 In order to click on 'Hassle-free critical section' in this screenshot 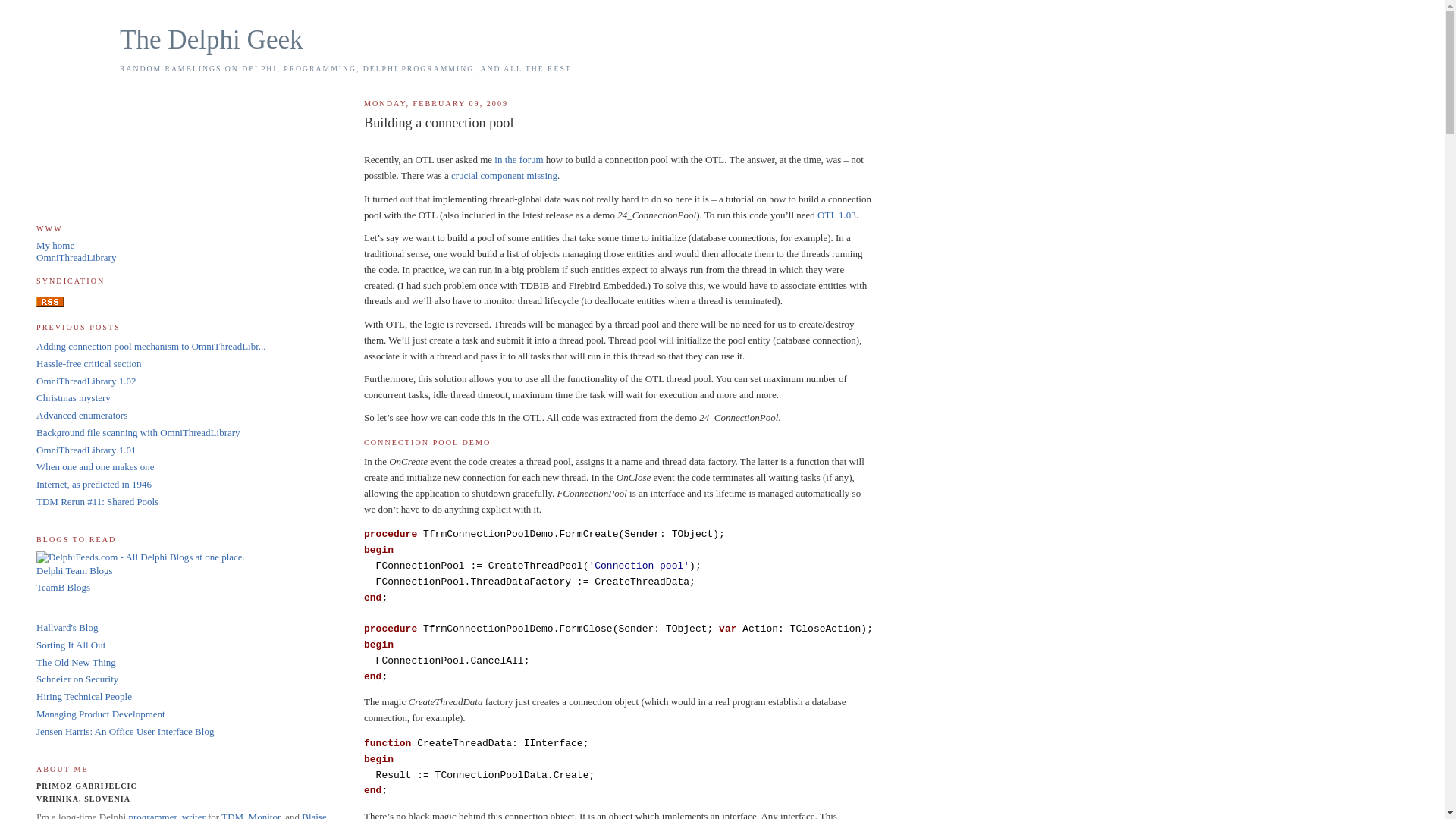, I will do `click(88, 363)`.